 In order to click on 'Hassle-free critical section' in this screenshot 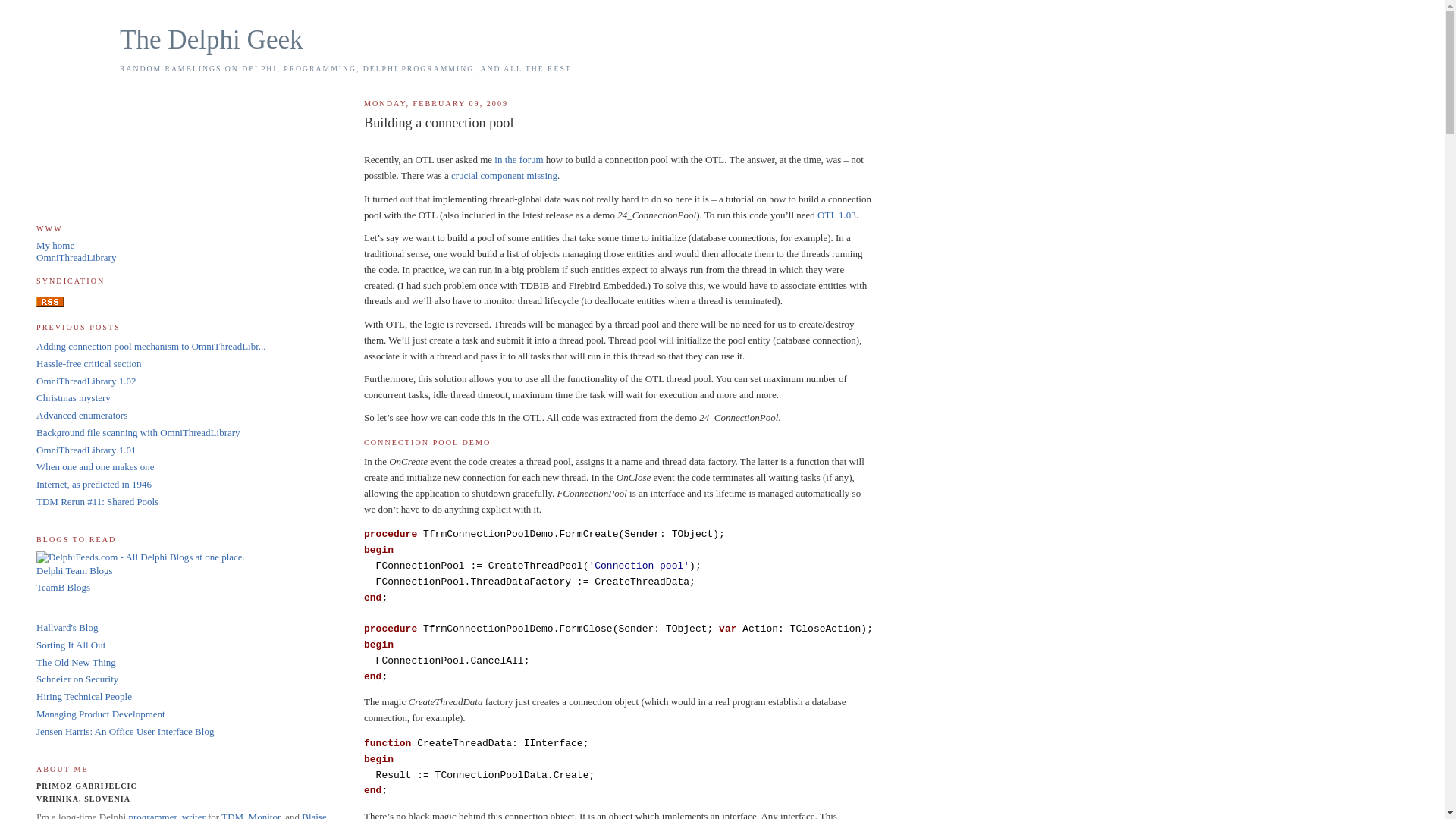, I will do `click(88, 363)`.